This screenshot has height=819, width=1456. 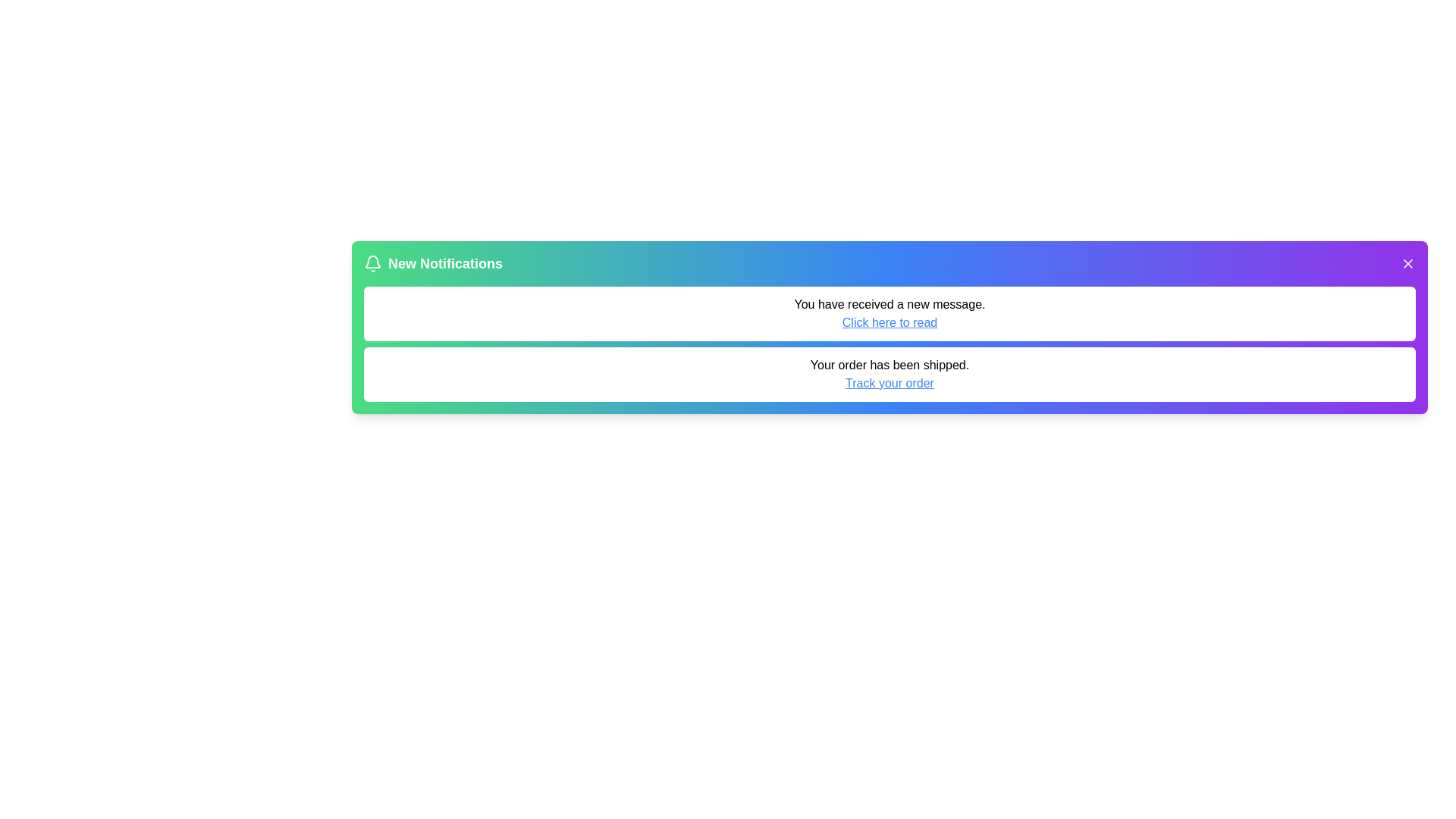 I want to click on the 'Track your order' link, which is a clickable text link styled with blue font color and an underline, located in the bottom section of a larger notification panel below the message 'Your order has been shipped.', so click(x=890, y=382).